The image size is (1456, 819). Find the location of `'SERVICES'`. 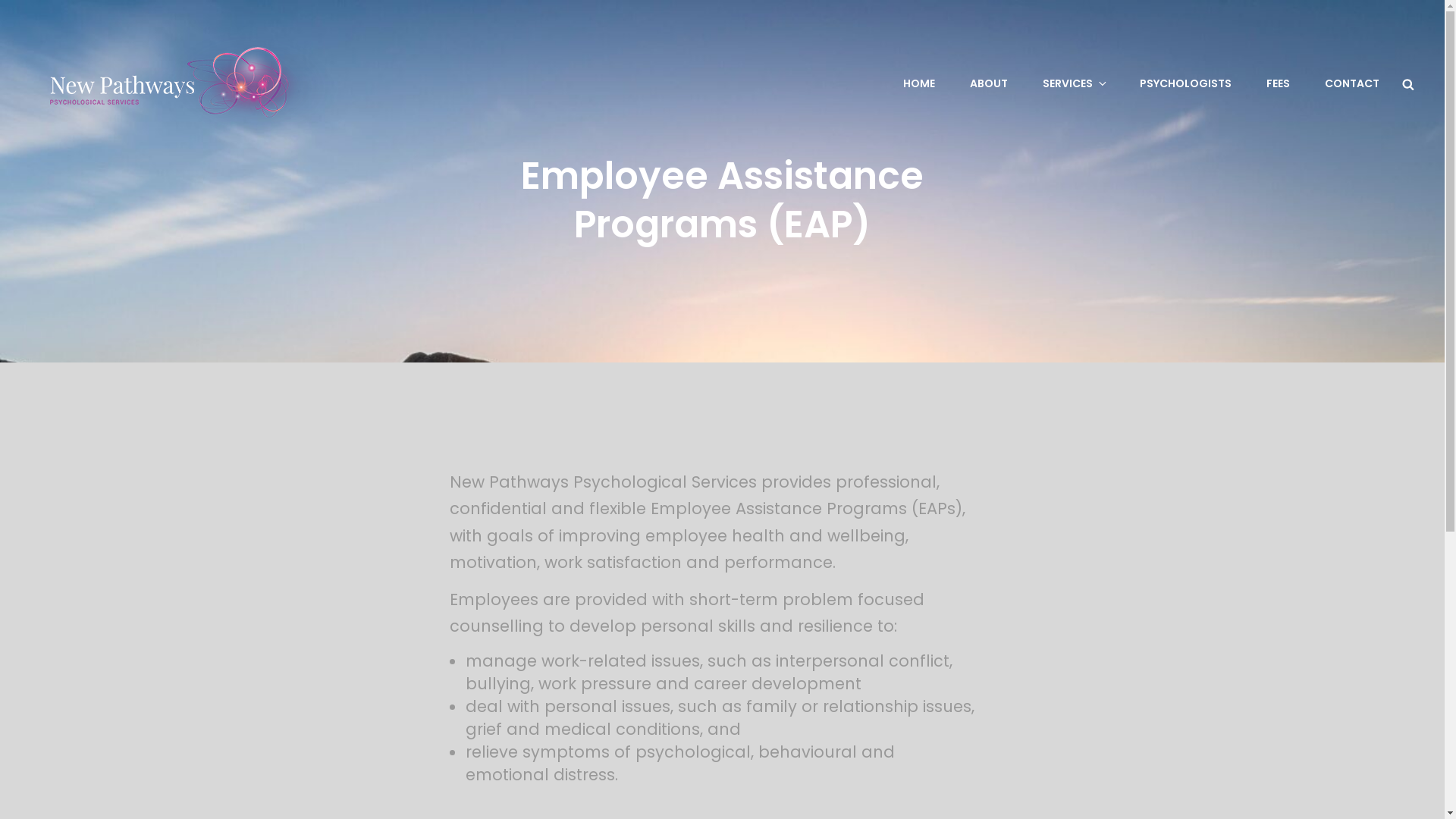

'SERVICES' is located at coordinates (1073, 83).